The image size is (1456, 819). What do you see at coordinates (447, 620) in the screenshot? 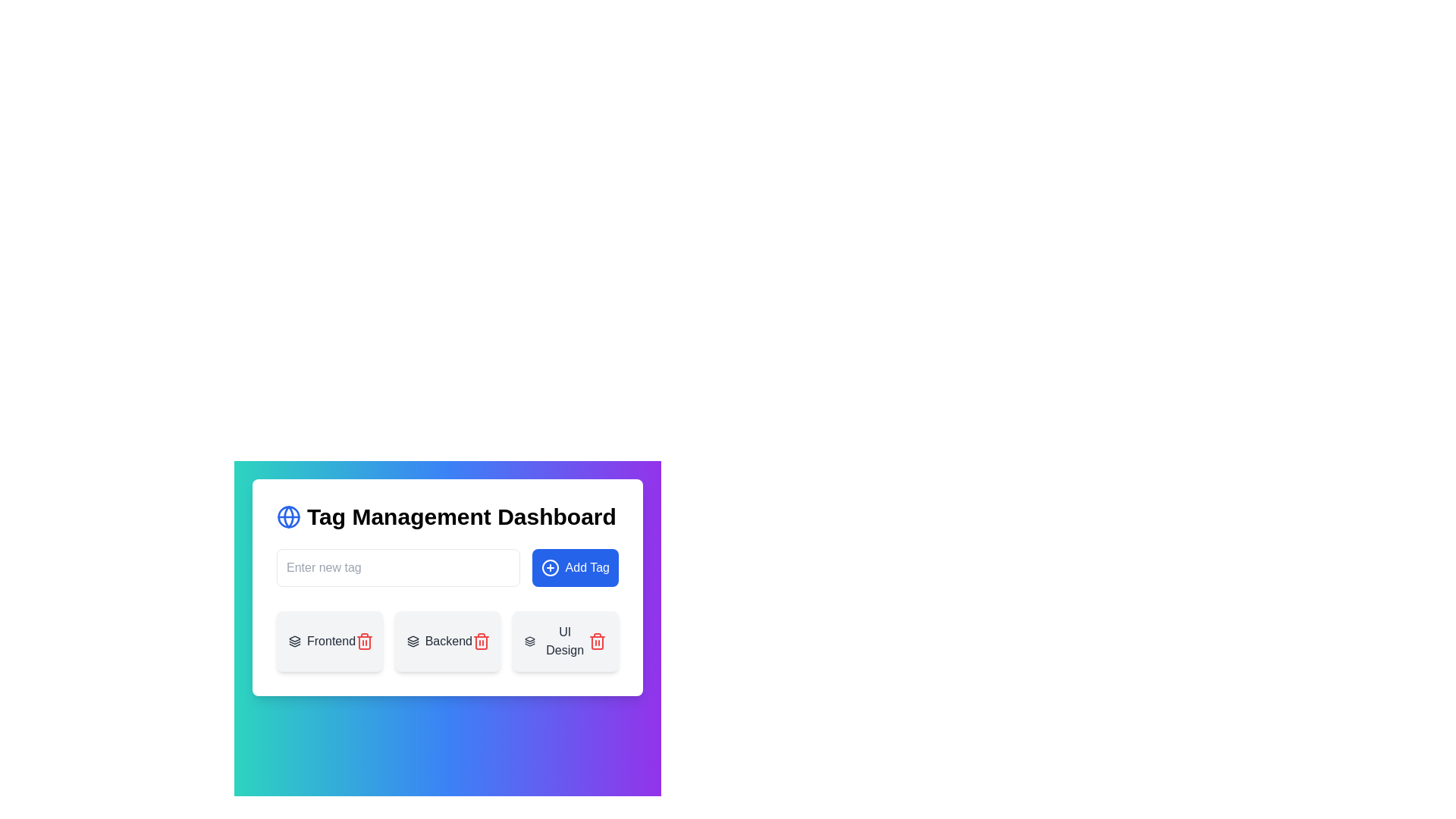
I see `the 'Backend' card component in the Tag Management Dashboard` at bounding box center [447, 620].